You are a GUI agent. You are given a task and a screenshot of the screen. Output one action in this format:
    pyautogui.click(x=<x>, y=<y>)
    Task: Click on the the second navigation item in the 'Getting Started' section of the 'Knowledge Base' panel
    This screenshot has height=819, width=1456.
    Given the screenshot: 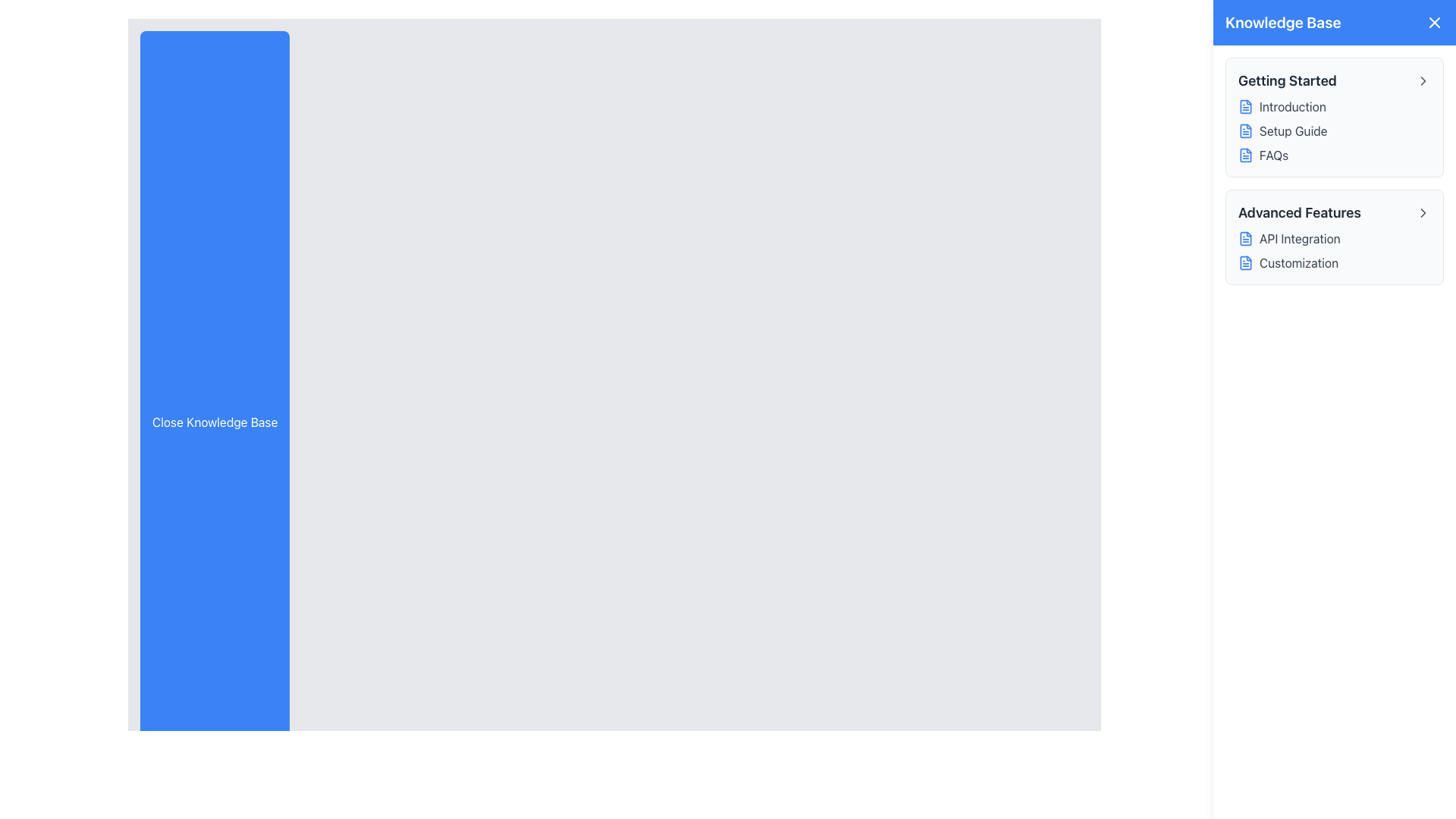 What is the action you would take?
    pyautogui.click(x=1335, y=130)
    